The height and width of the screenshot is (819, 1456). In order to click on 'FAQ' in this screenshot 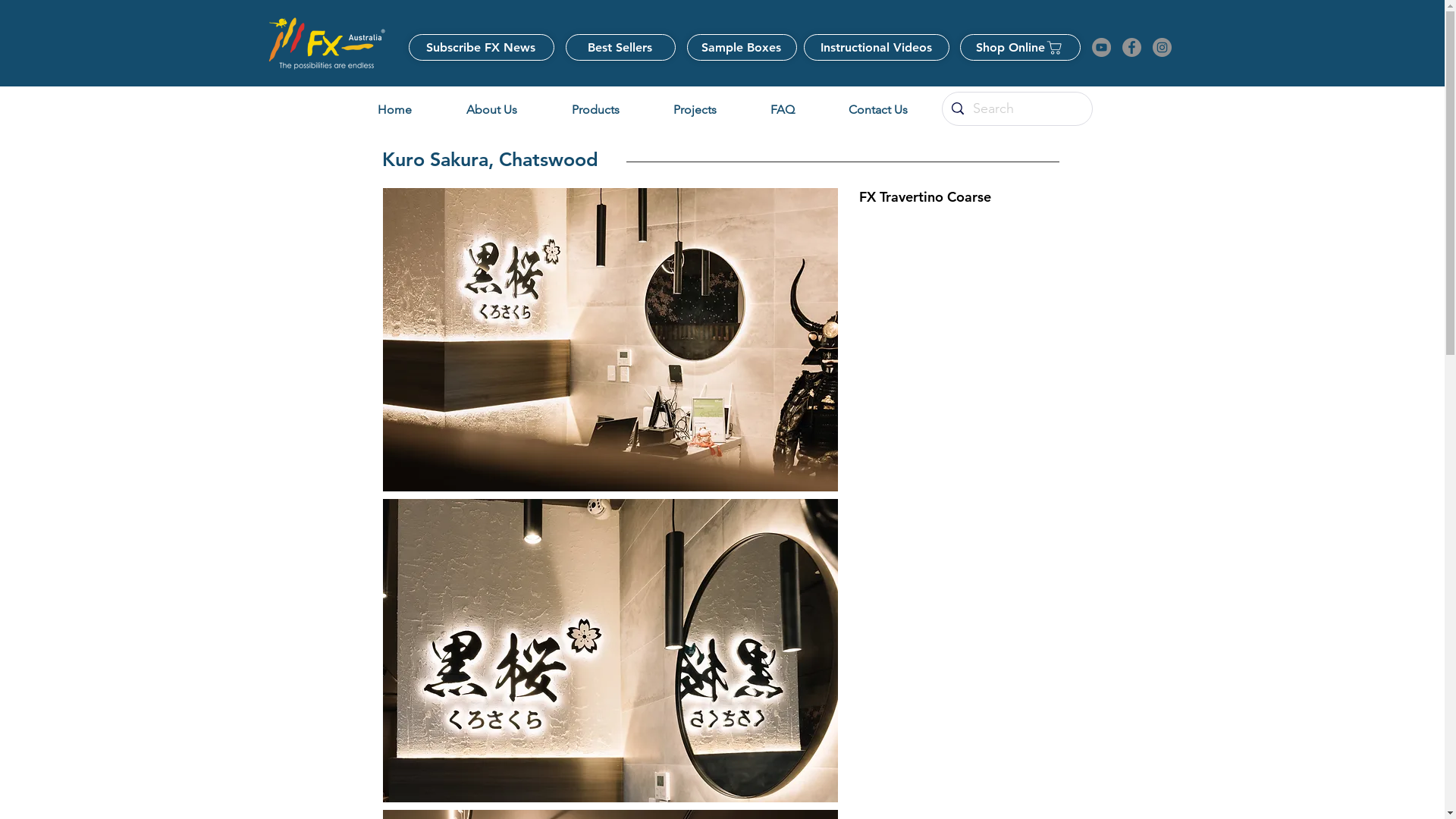, I will do `click(782, 108)`.